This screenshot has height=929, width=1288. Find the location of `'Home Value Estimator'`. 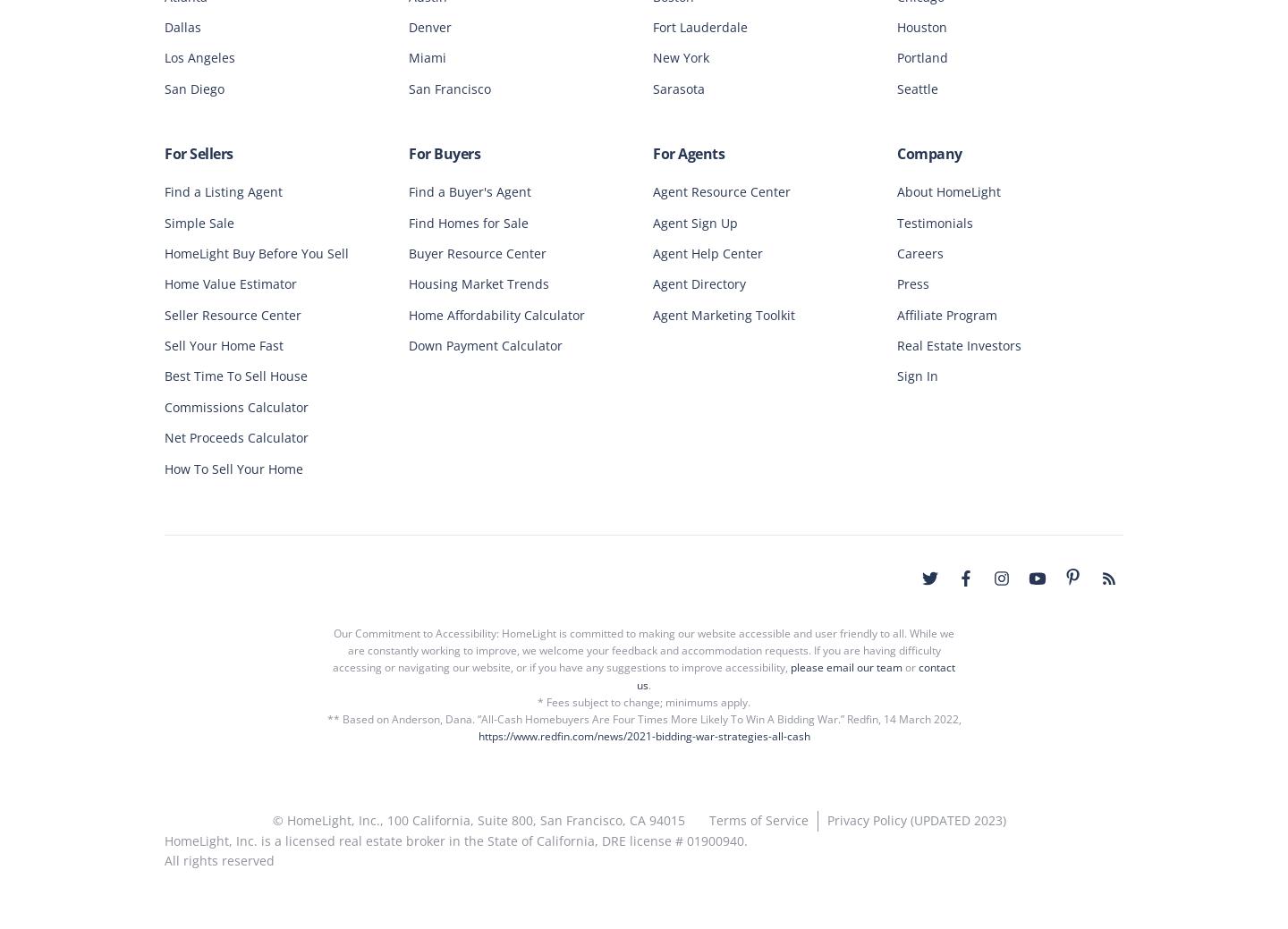

'Home Value Estimator' is located at coordinates (230, 283).